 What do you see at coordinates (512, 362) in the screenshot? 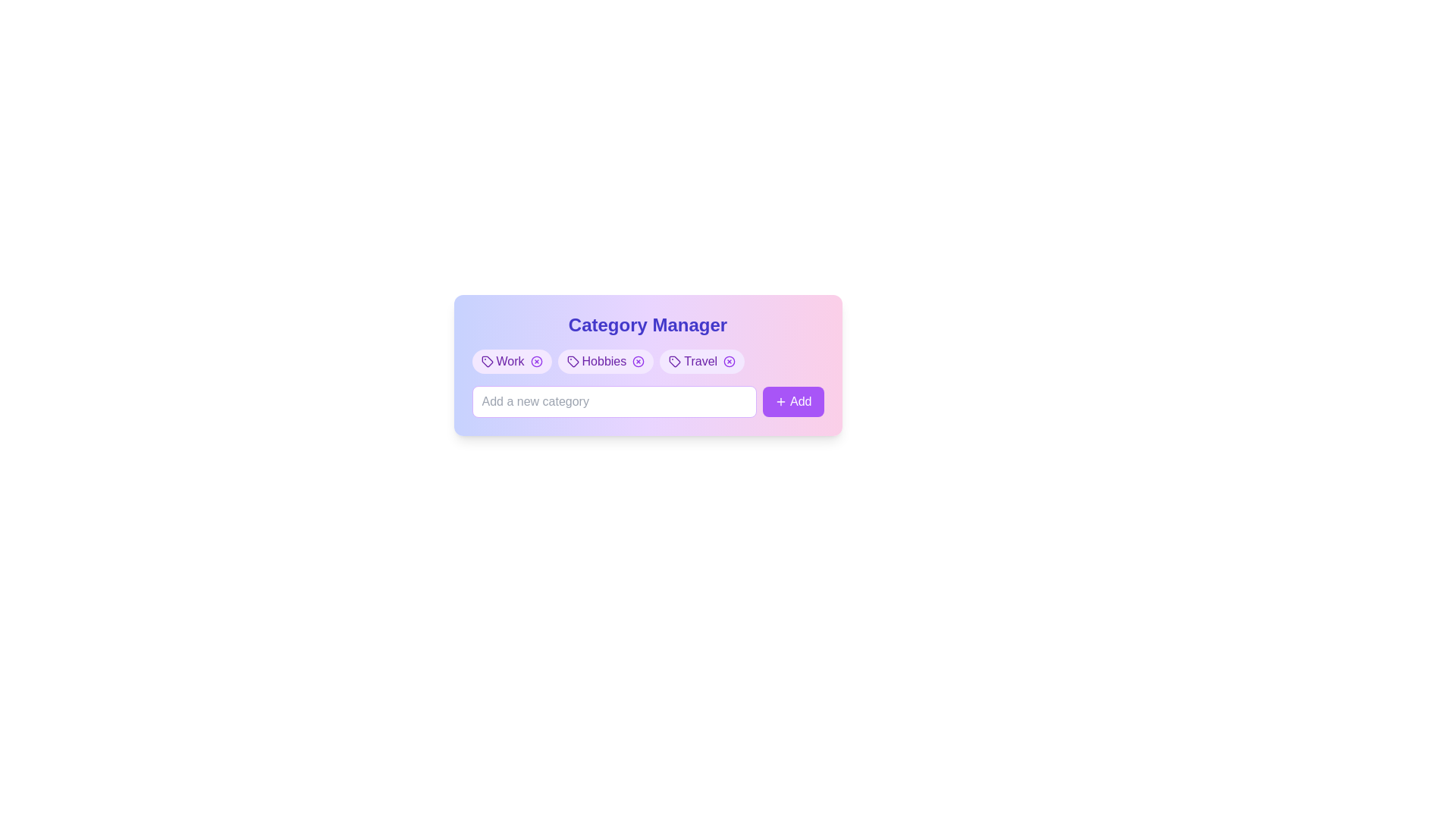
I see `the 'X' icon on the first tag labeled 'Work'` at bounding box center [512, 362].